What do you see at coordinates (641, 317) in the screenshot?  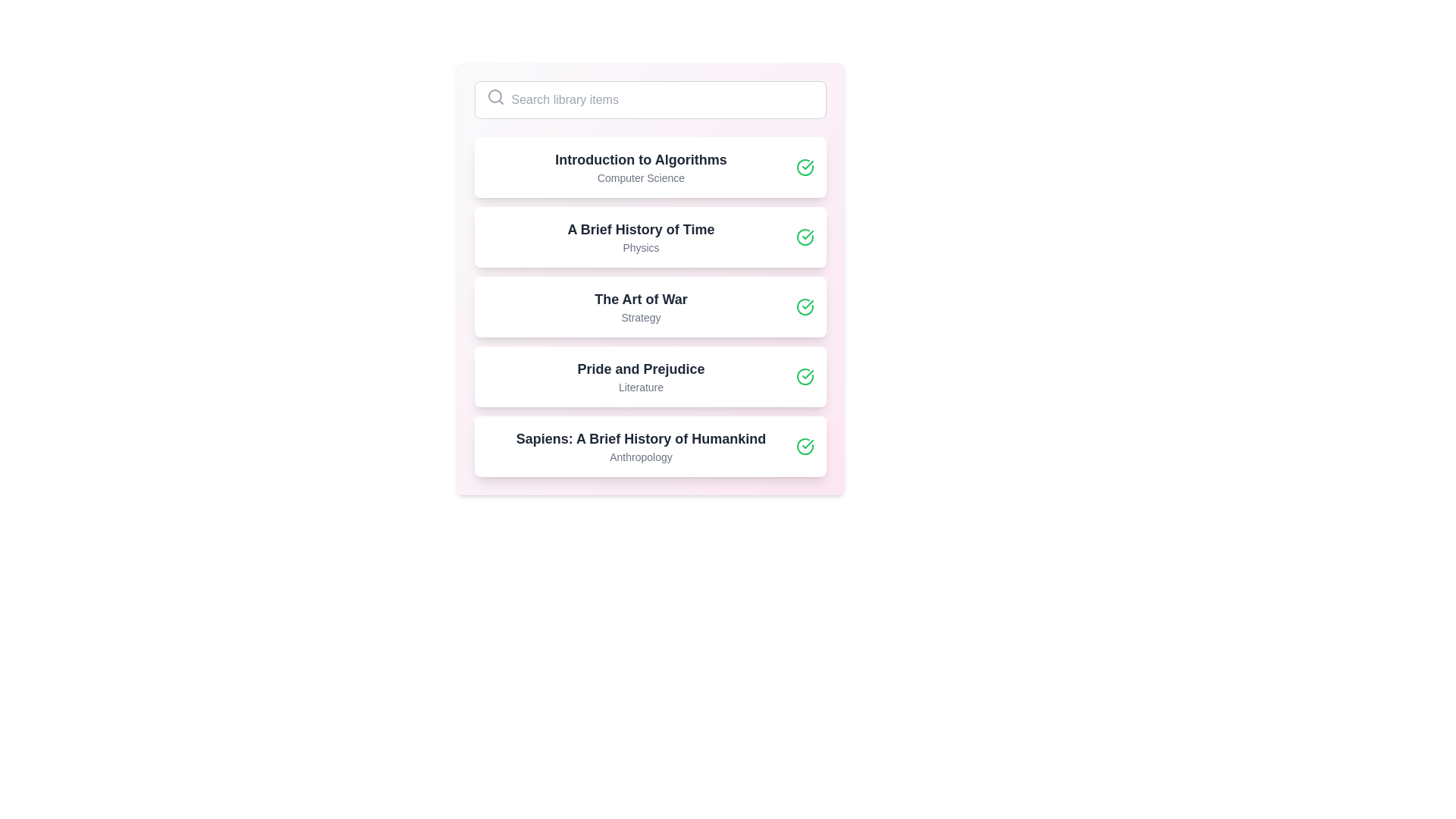 I see `the text label displaying the word 'Strategy', which is styled in a small gray font and positioned below the title 'The Art of War'` at bounding box center [641, 317].